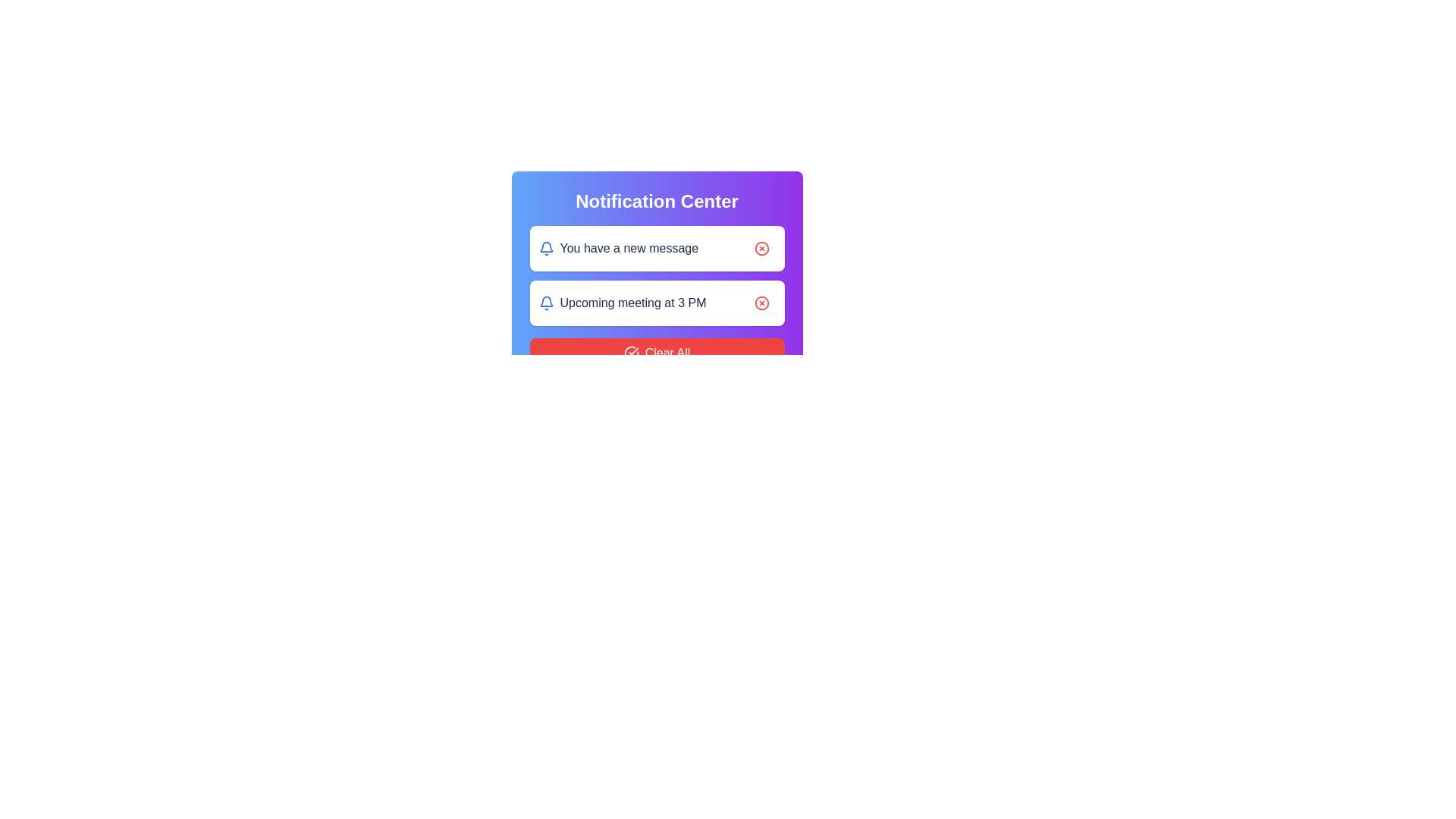 Image resolution: width=1456 pixels, height=819 pixels. Describe the element at coordinates (657, 201) in the screenshot. I see `the 'Notification Center' text, which is a bold and prominent title at the top of the panel, styled with a large, semi-bold font and set against a gradient background from blue to purple` at that location.